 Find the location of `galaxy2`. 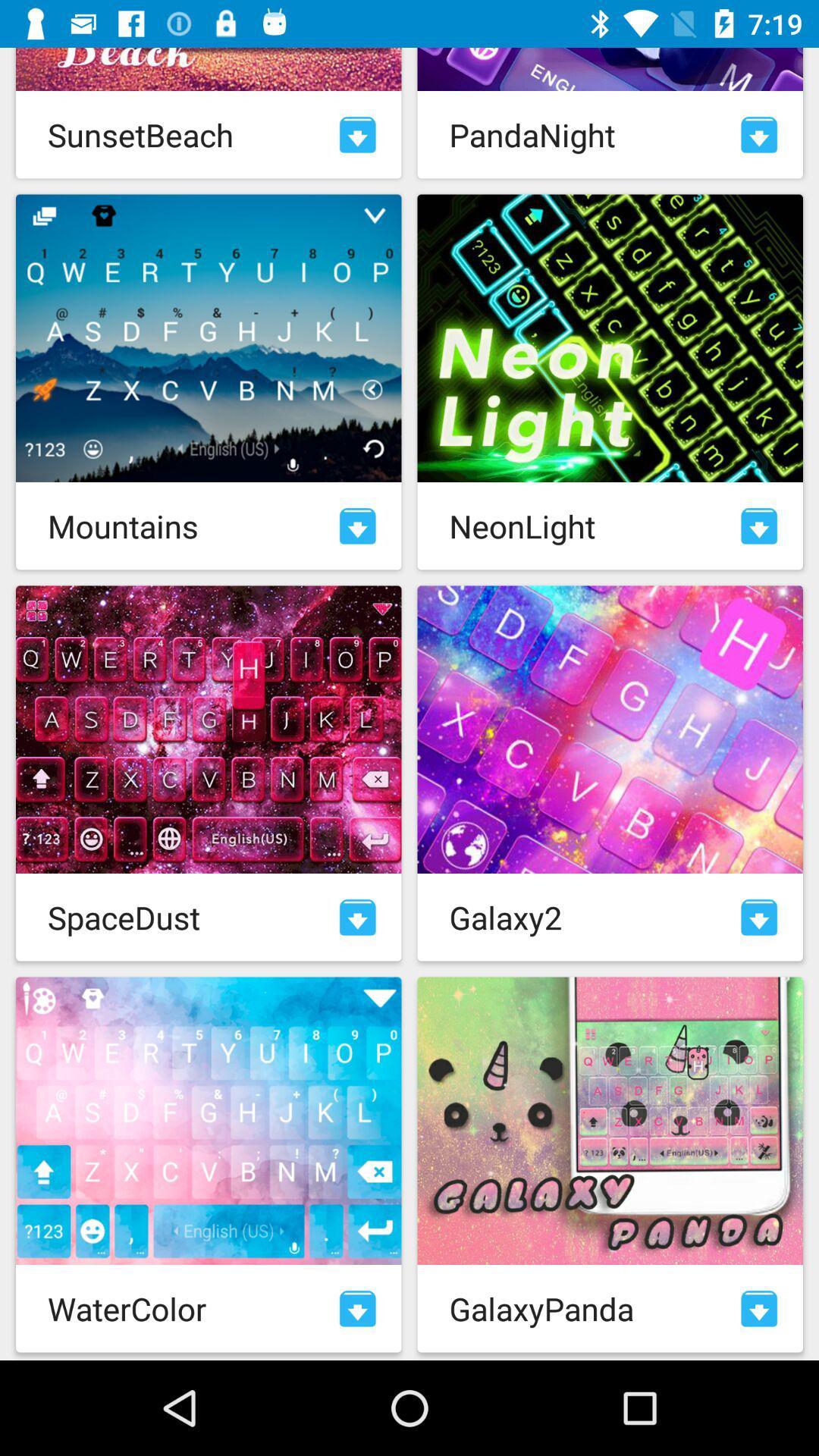

galaxy2 is located at coordinates (759, 916).